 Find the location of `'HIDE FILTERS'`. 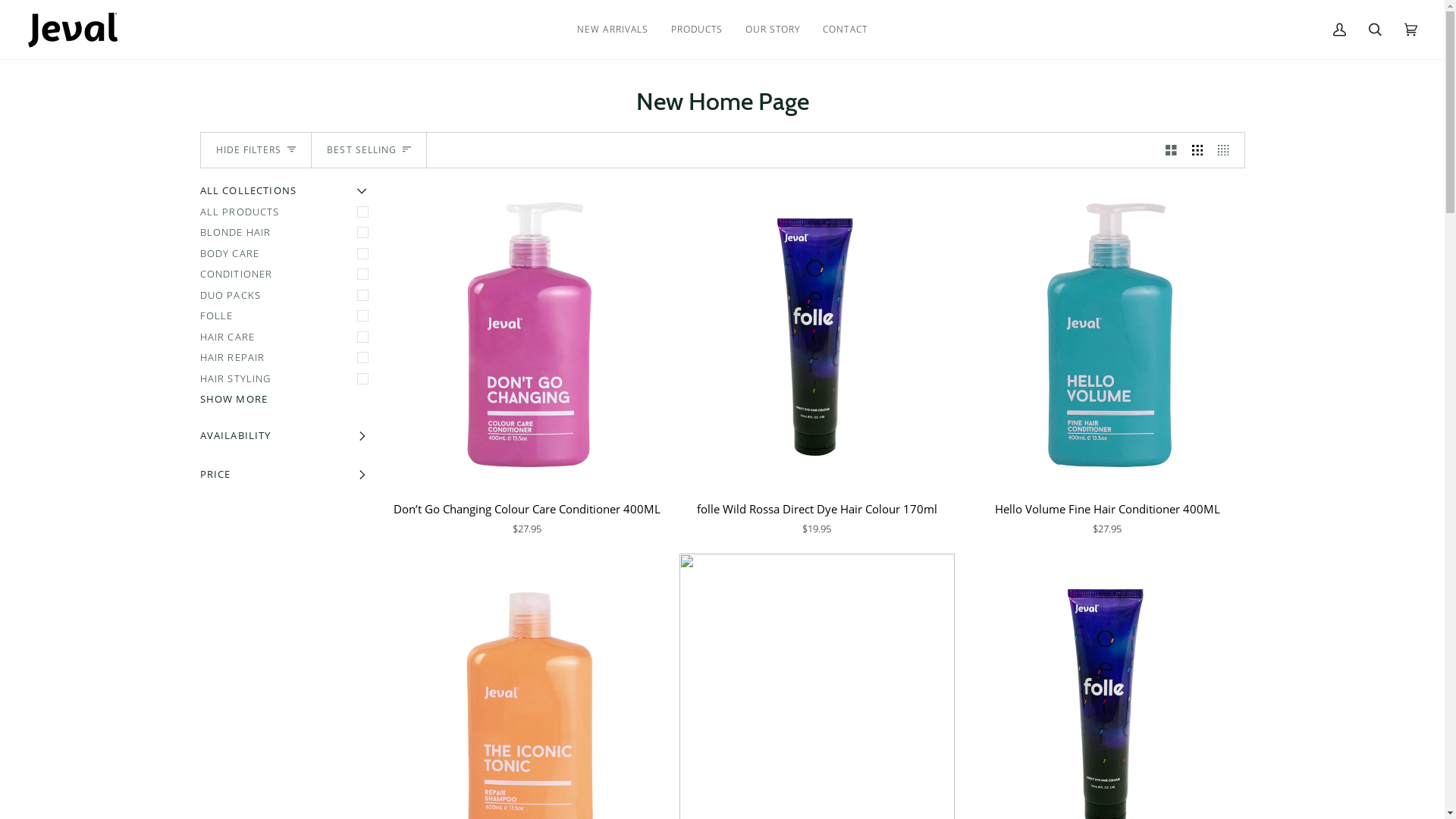

'HIDE FILTERS' is located at coordinates (256, 149).